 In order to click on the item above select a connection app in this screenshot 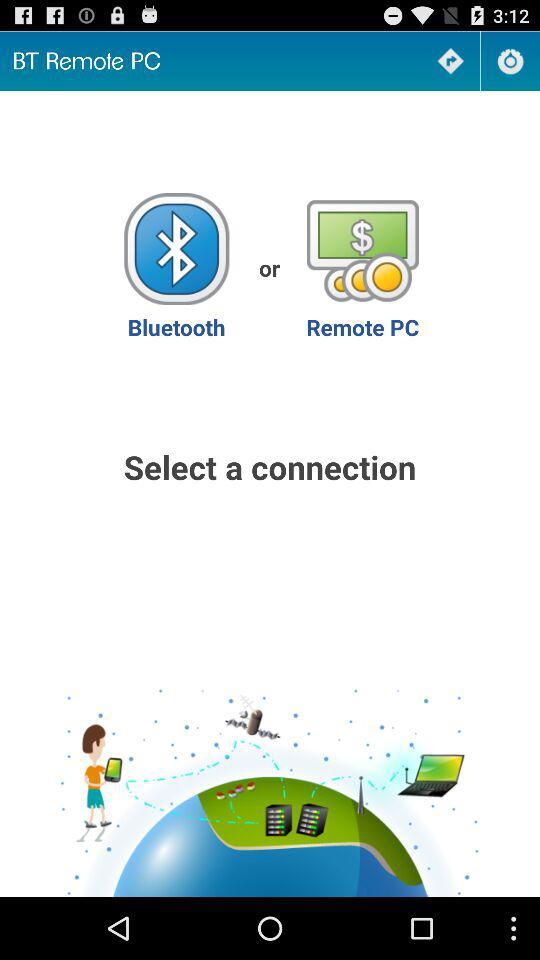, I will do `click(176, 266)`.